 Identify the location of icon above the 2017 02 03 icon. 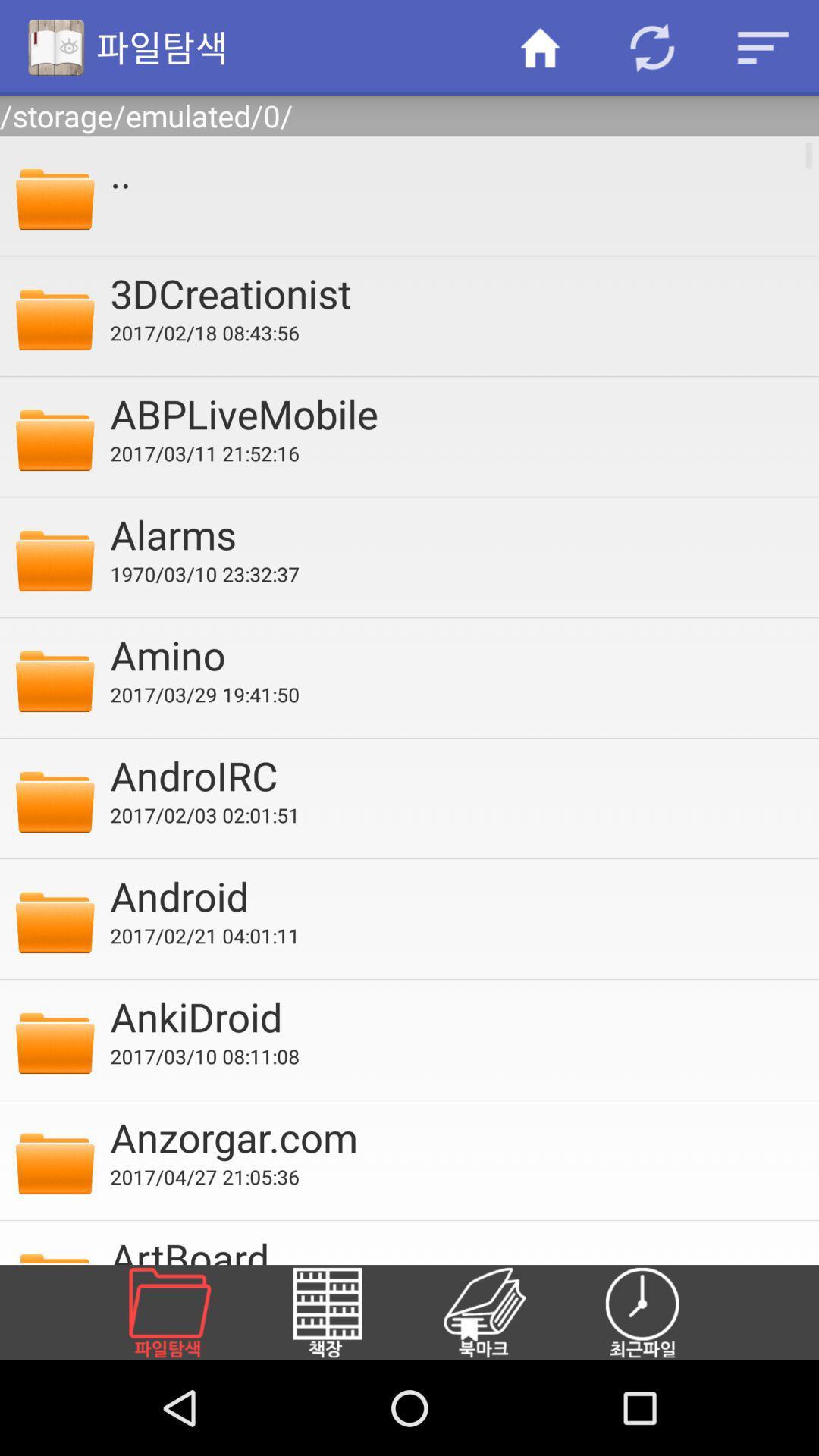
(453, 775).